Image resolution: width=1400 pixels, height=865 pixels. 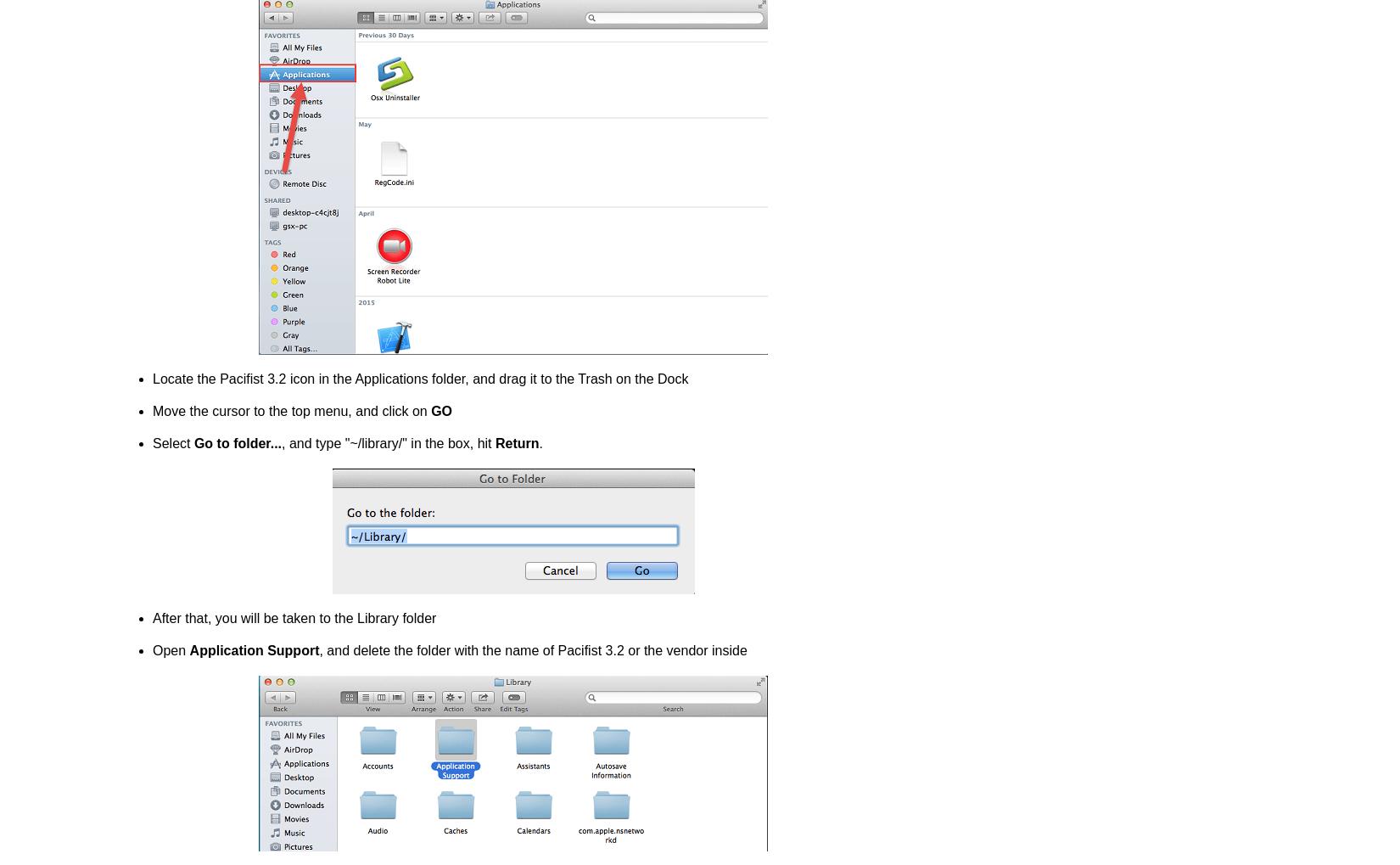 I want to click on 'Return', so click(x=493, y=443).